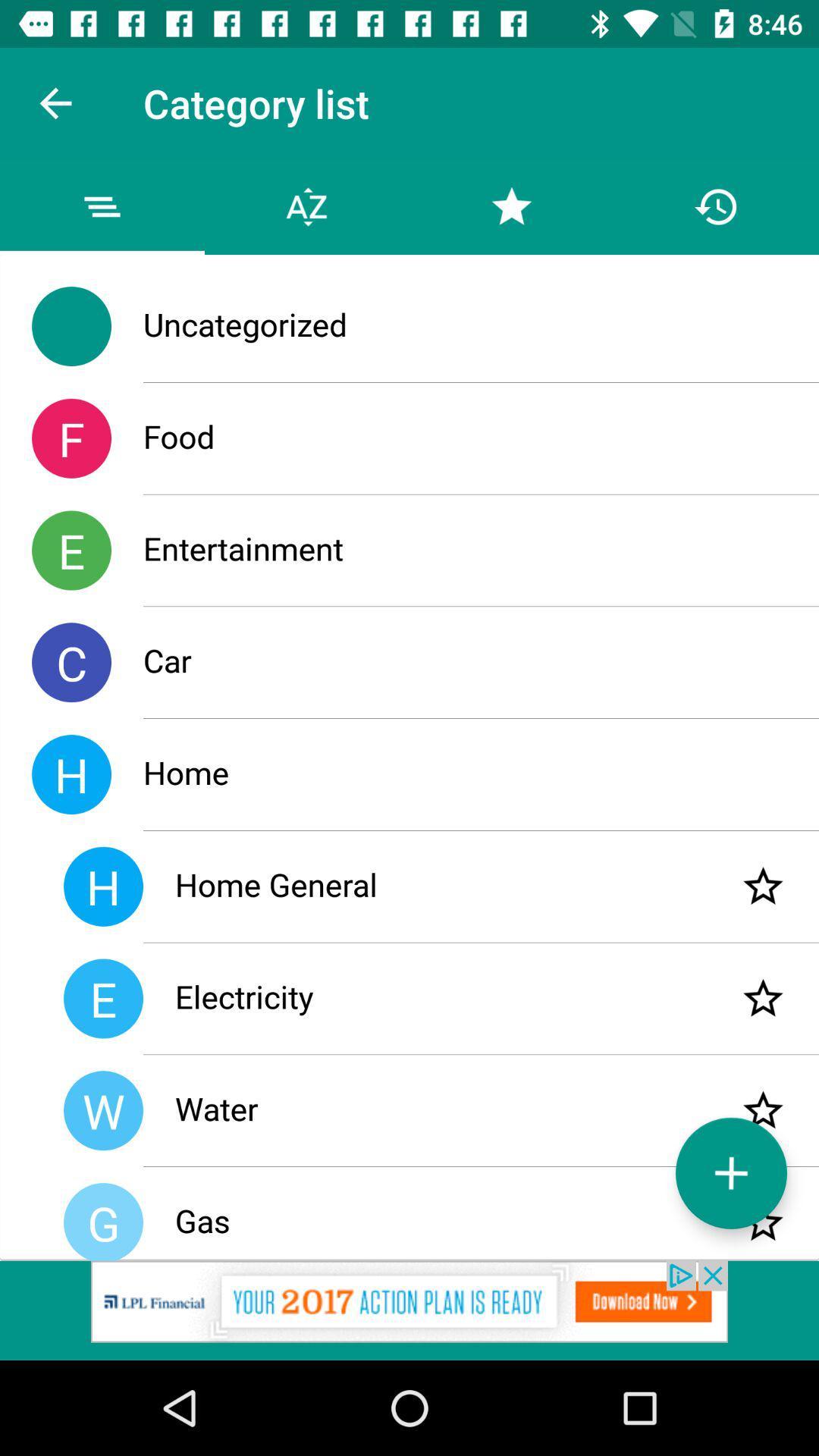 The width and height of the screenshot is (819, 1456). I want to click on to favorites, so click(763, 1222).